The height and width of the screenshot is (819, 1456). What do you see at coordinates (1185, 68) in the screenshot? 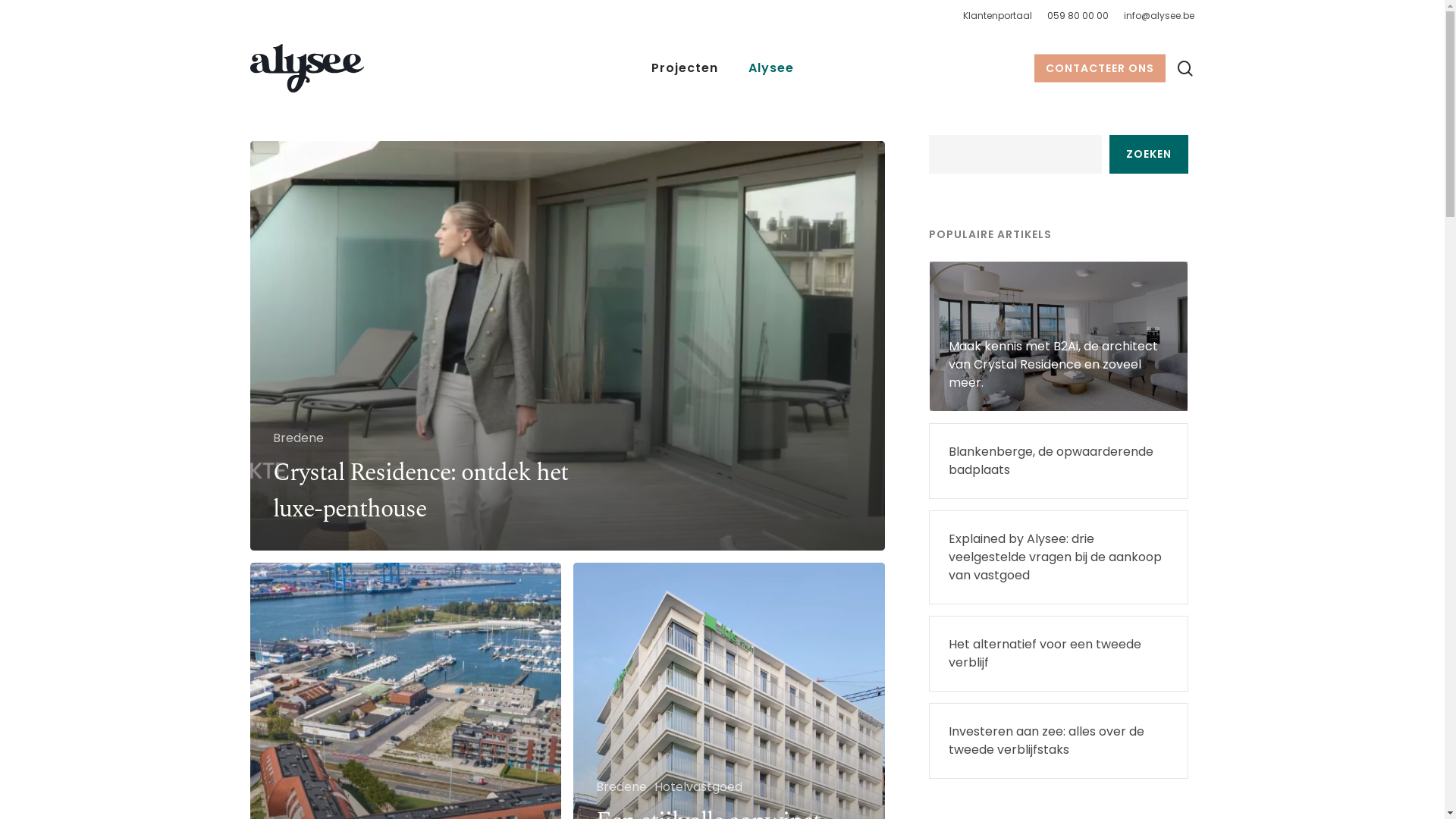
I see `'search'` at bounding box center [1185, 68].